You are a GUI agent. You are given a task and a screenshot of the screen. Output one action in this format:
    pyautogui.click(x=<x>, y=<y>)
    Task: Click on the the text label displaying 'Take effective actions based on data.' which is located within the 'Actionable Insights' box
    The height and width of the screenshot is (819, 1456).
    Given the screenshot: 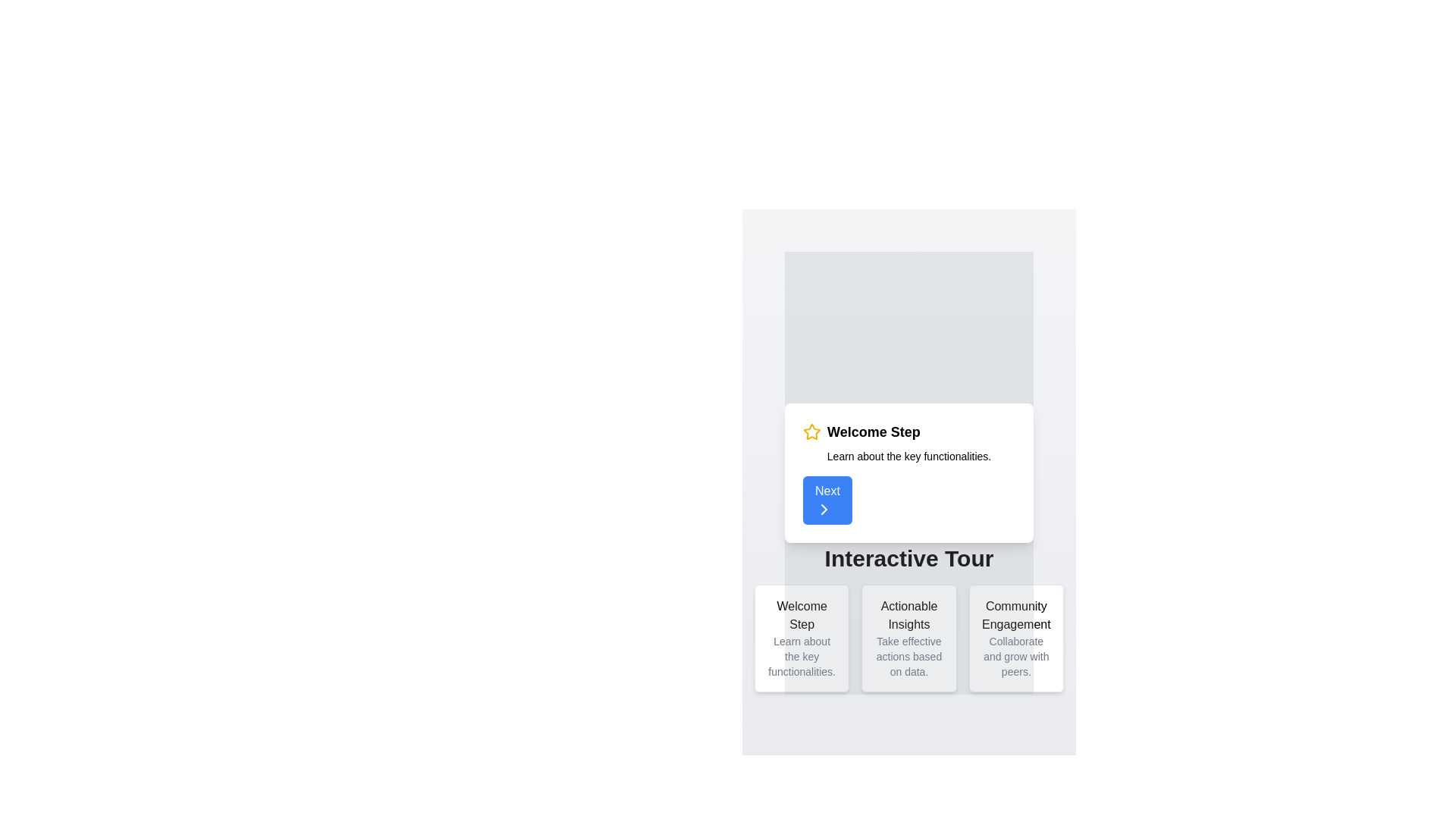 What is the action you would take?
    pyautogui.click(x=909, y=656)
    